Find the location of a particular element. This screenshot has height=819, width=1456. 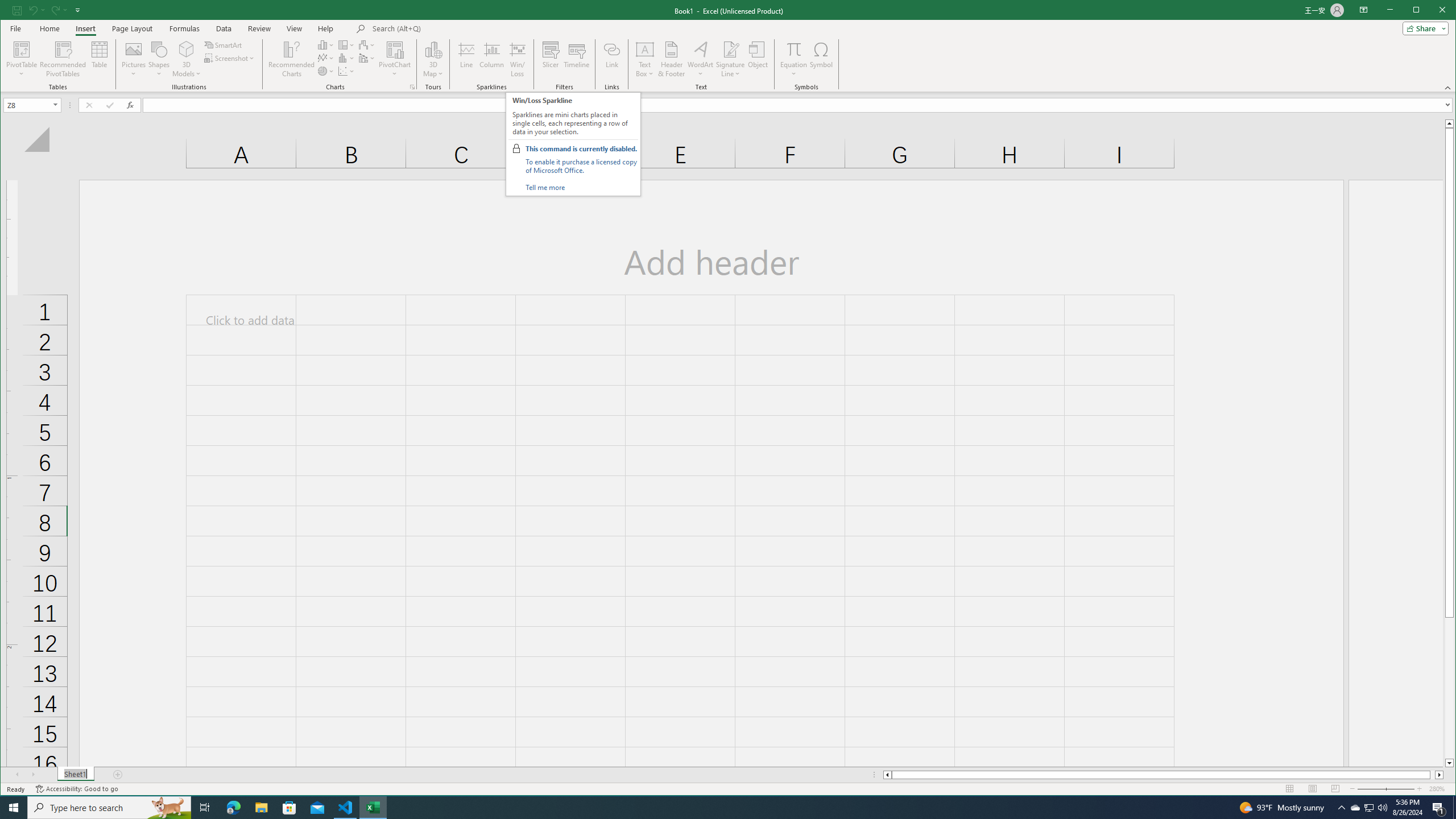

'Action Center, 1 new notification' is located at coordinates (1439, 806).